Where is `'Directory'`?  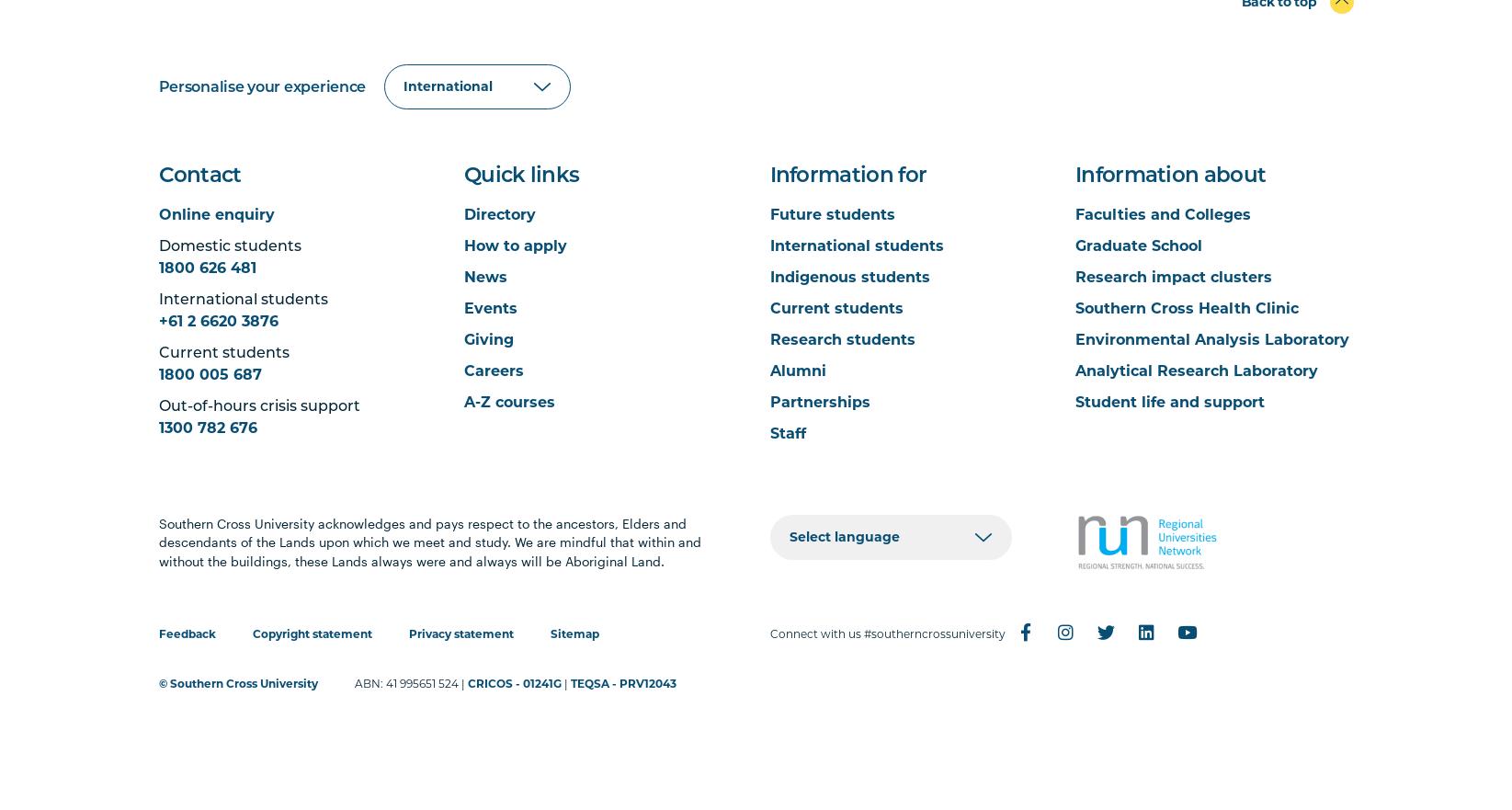
'Directory' is located at coordinates (464, 213).